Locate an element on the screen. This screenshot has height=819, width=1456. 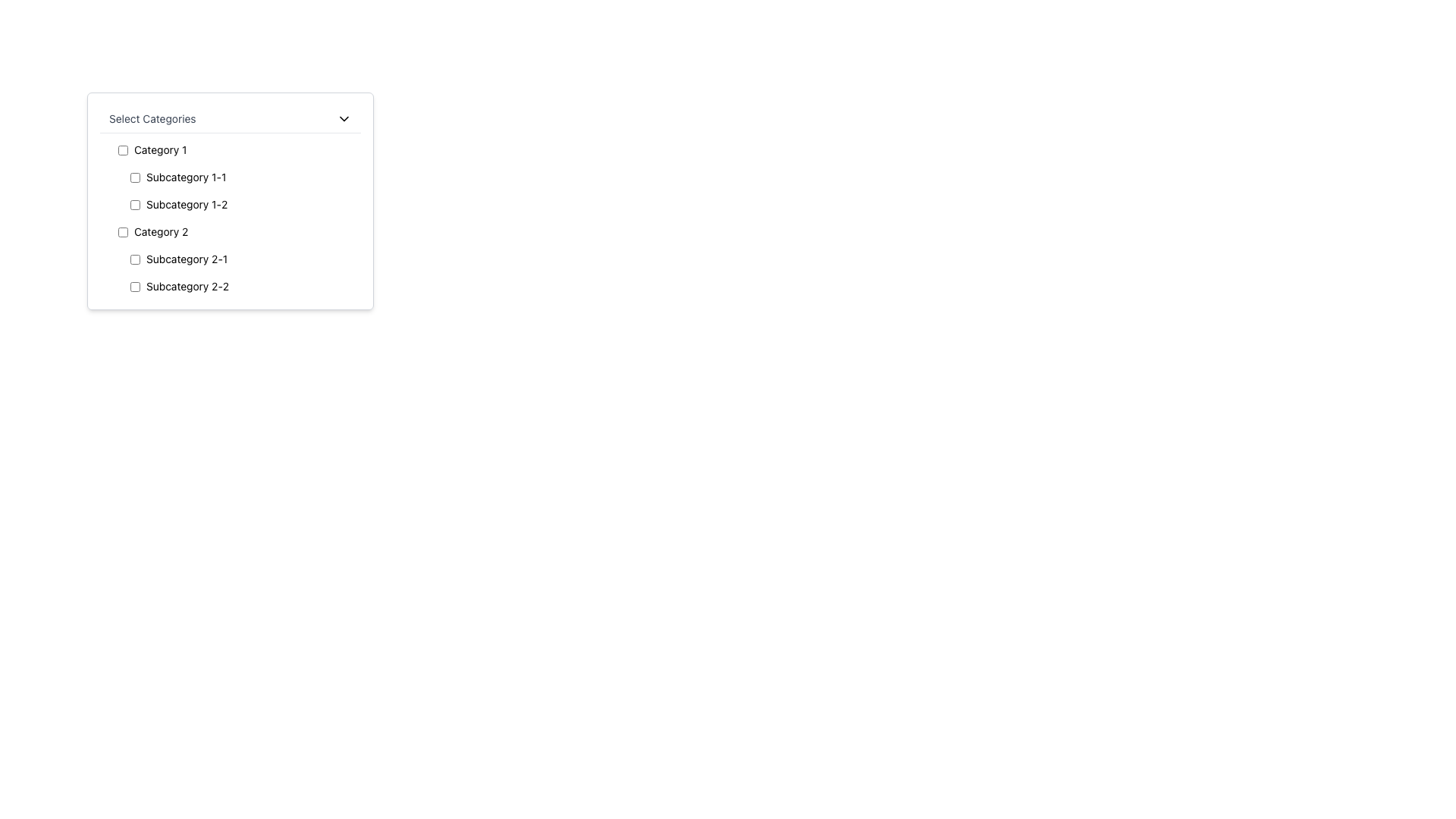
the downward-pointing chevron icon next to the 'Select Categories' label is located at coordinates (344, 118).